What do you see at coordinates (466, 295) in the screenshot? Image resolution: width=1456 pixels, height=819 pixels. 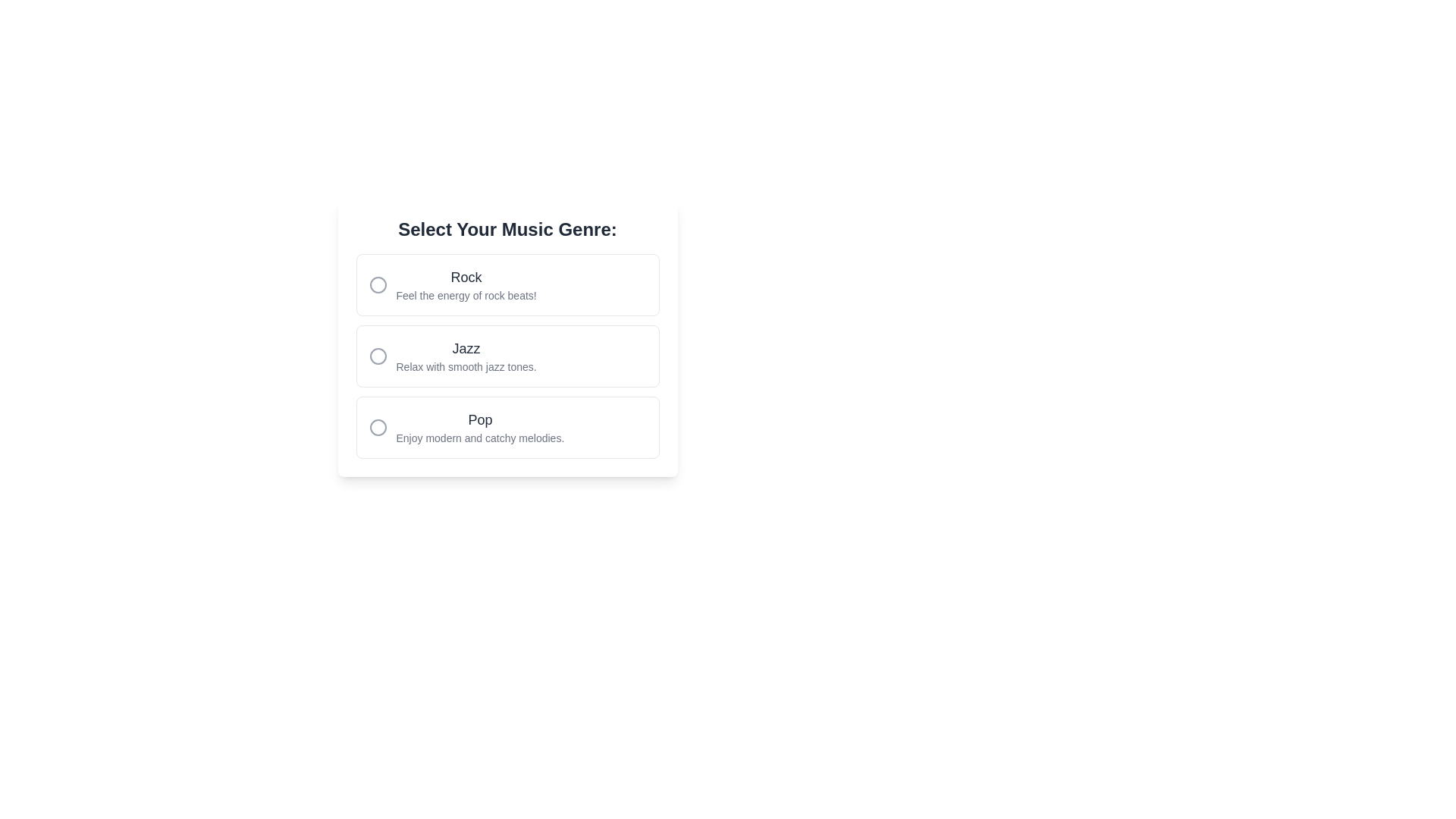 I see `the static text label providing information about the music genre 'Rock', located below the 'Rock' text and horizontally aligned with it` at bounding box center [466, 295].